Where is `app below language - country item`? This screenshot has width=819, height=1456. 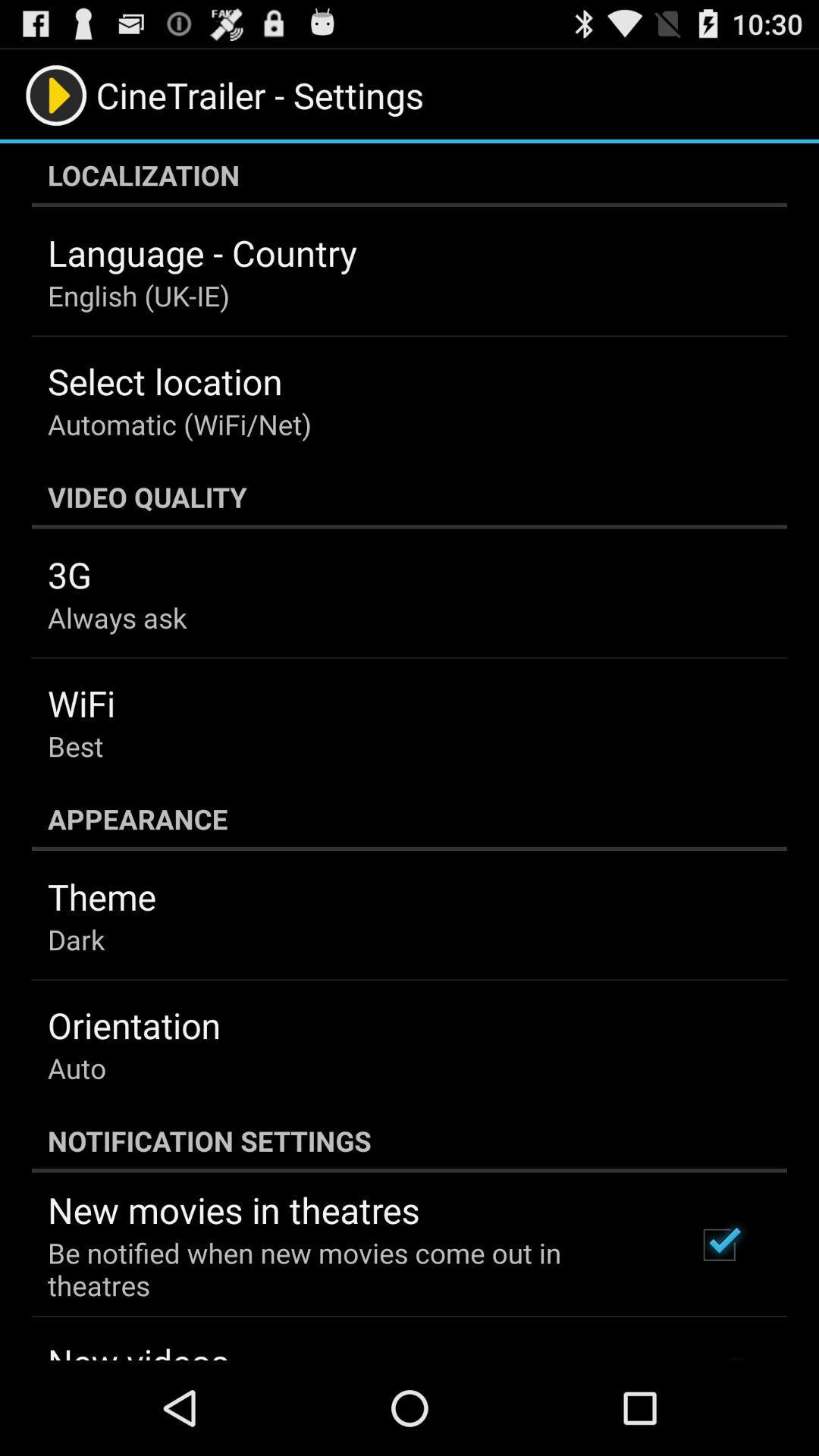 app below language - country item is located at coordinates (138, 295).